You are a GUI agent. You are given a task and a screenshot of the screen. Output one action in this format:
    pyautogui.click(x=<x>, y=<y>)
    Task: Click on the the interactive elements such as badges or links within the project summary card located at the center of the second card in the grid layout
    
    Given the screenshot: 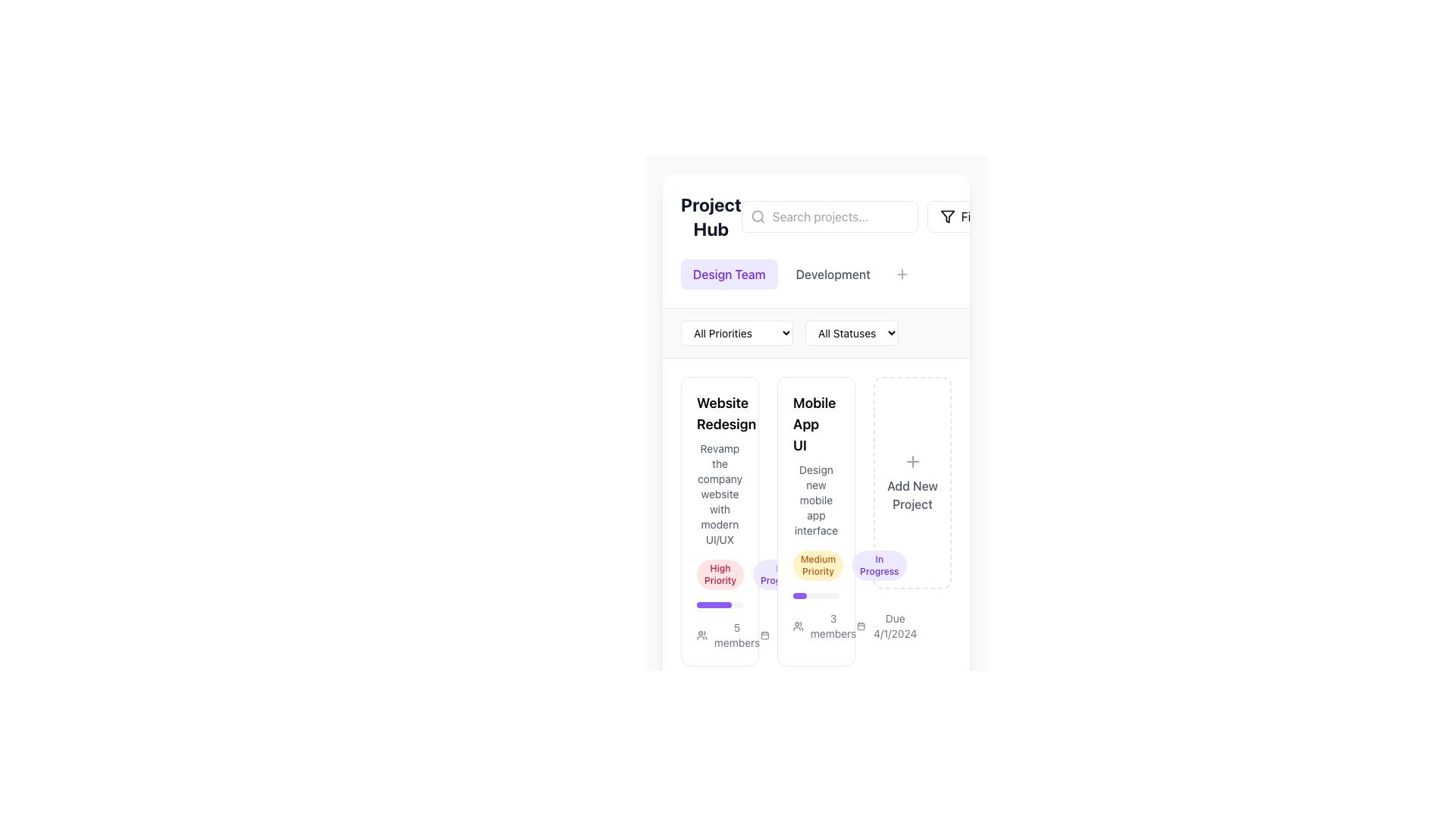 What is the action you would take?
    pyautogui.click(x=815, y=520)
    